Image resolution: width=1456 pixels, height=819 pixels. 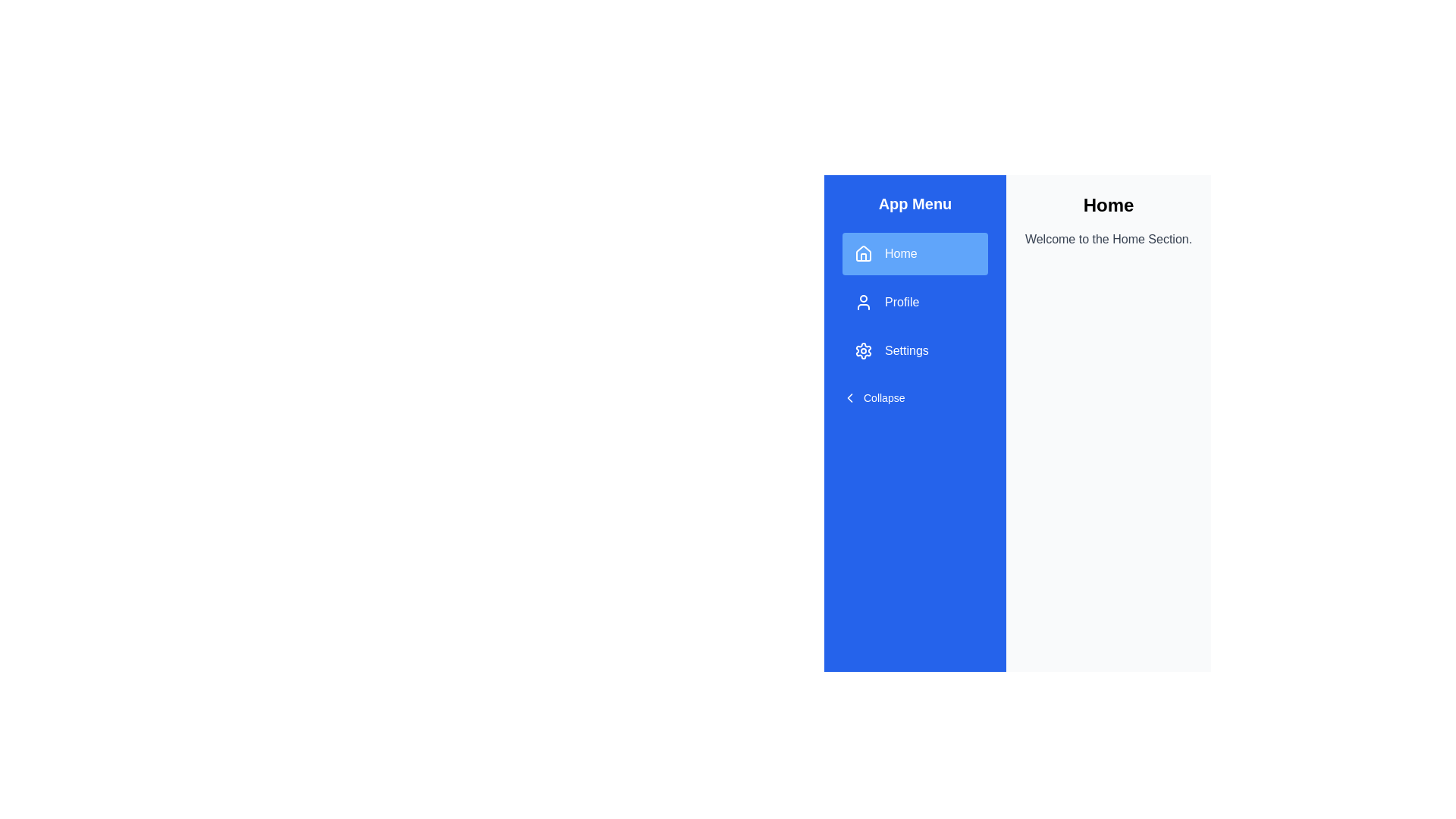 I want to click on the 'Collapse' button to close the drawer, so click(x=874, y=397).